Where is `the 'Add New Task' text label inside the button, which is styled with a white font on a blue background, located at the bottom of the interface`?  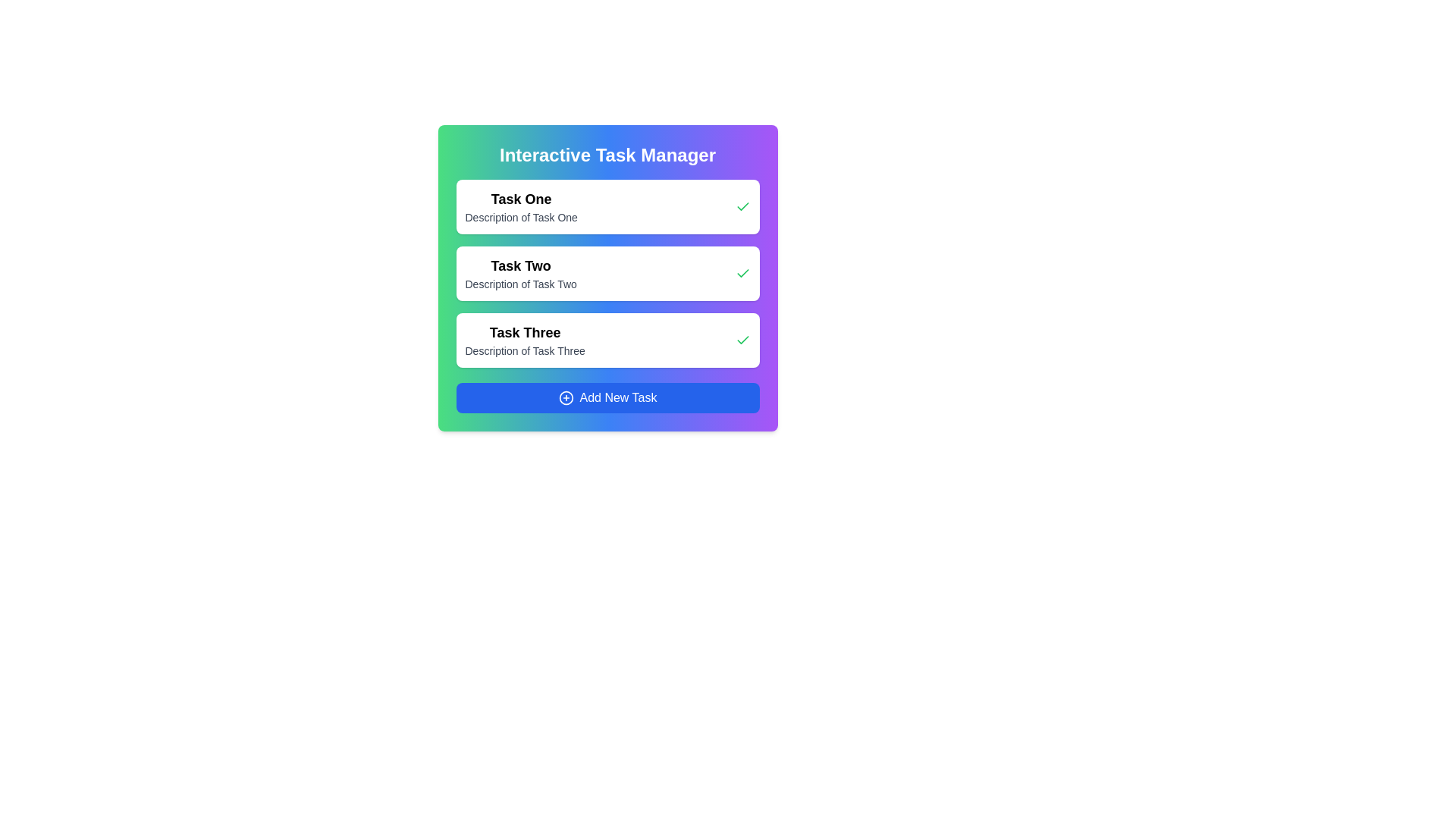
the 'Add New Task' text label inside the button, which is styled with a white font on a blue background, located at the bottom of the interface is located at coordinates (618, 397).